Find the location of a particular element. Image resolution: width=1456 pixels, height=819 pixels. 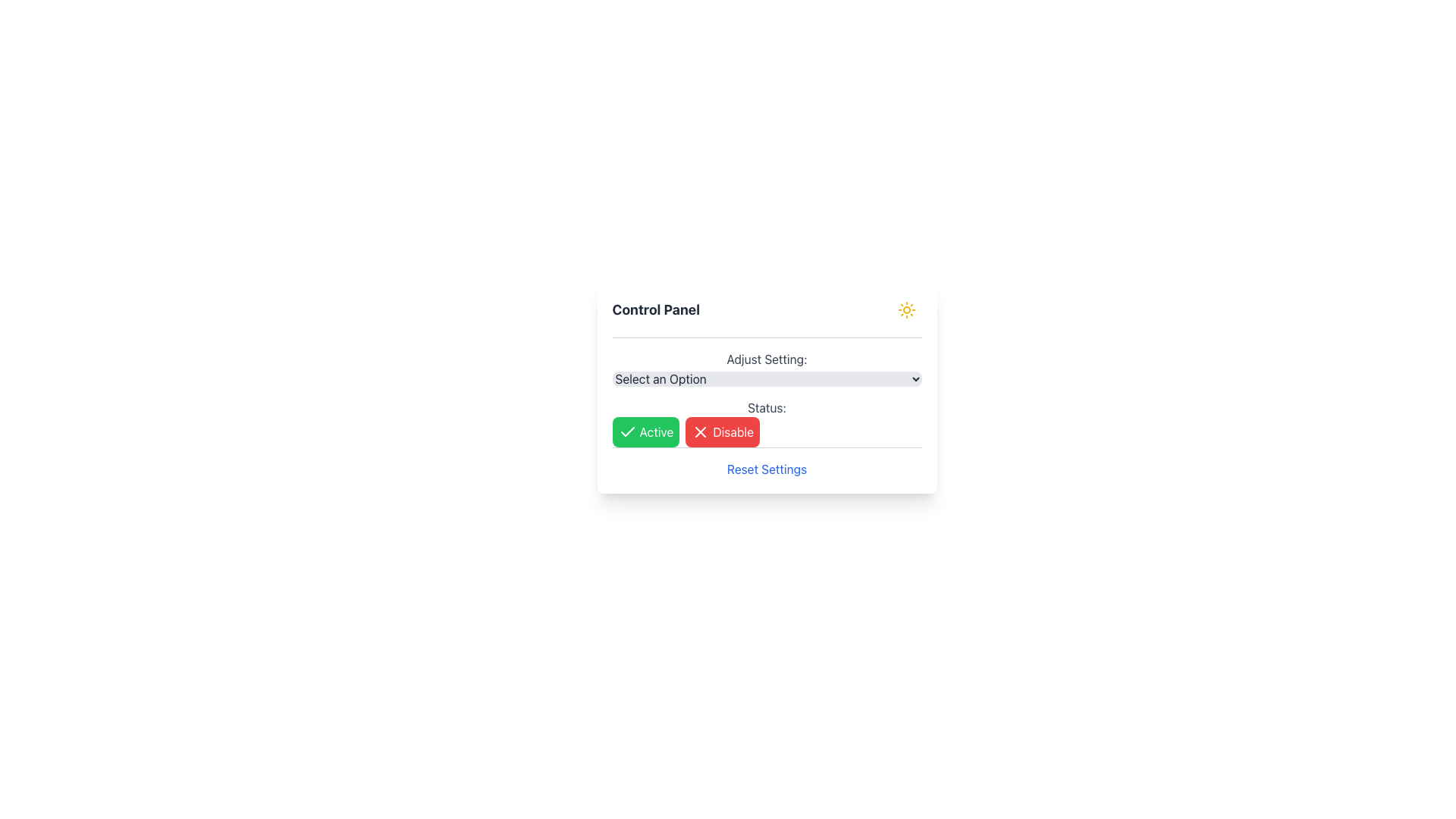

the compact green icon with a white checkmark symbol located within the 'Active' button in the status selector section is located at coordinates (627, 432).